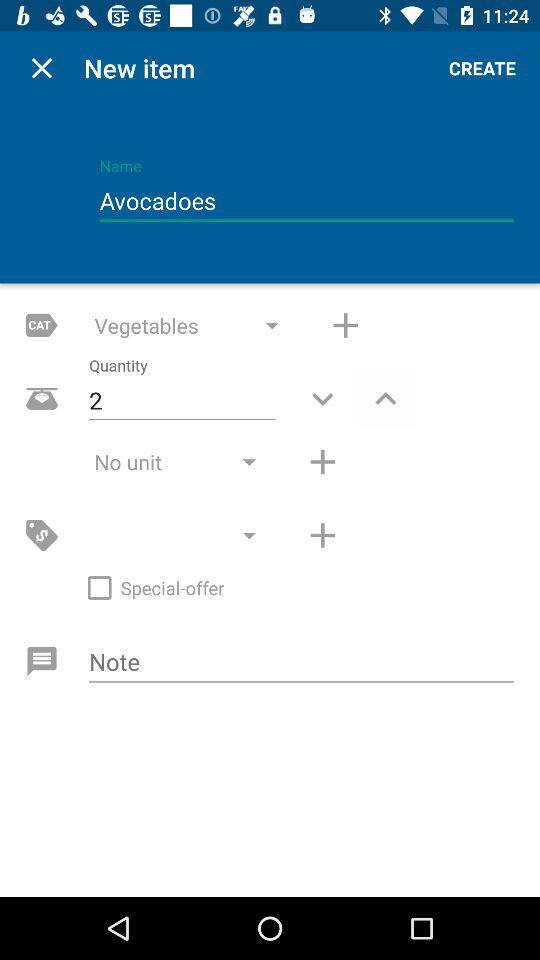 The height and width of the screenshot is (960, 540). I want to click on apps, so click(344, 325).